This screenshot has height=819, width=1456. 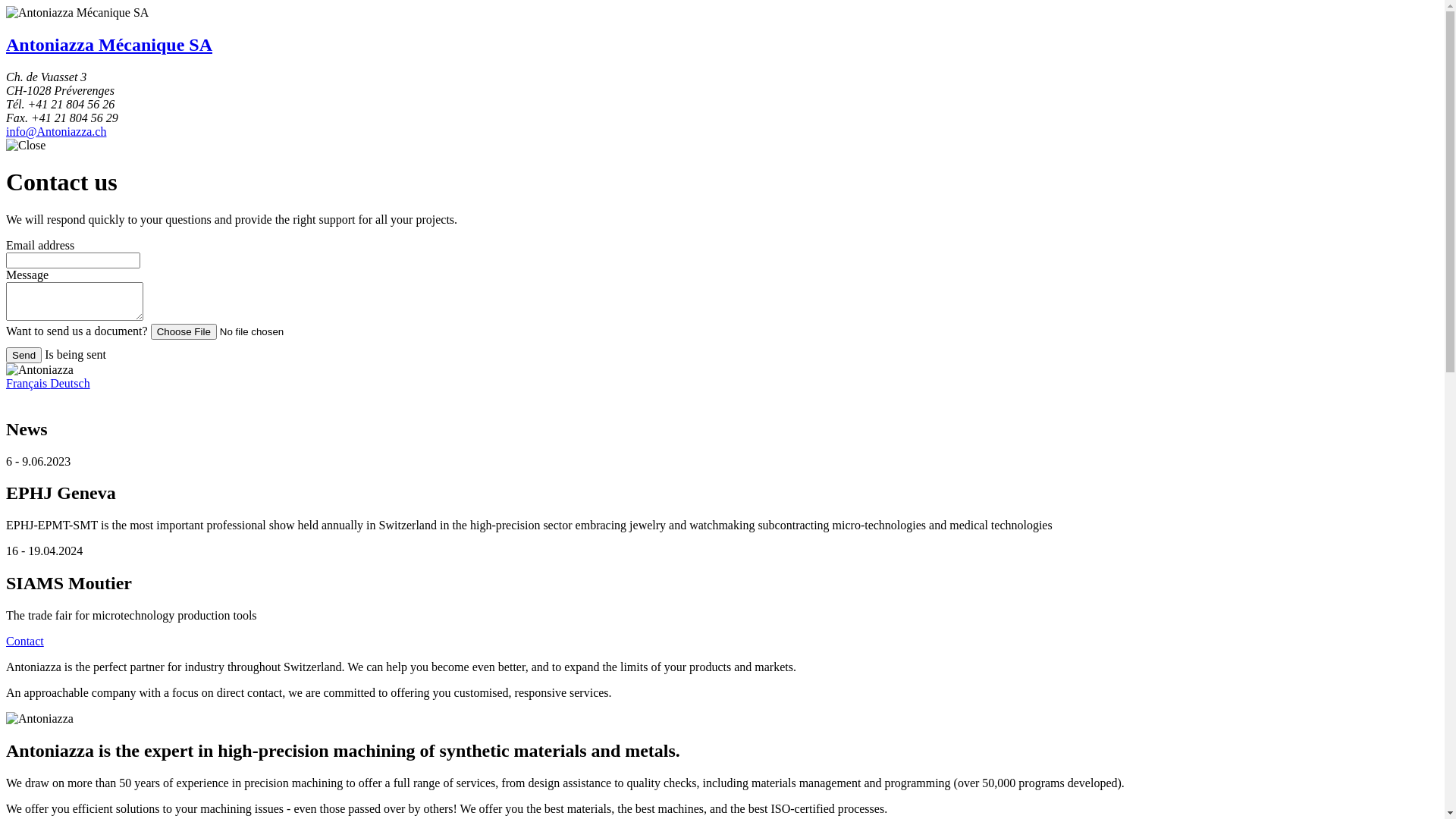 What do you see at coordinates (68, 382) in the screenshot?
I see `'Deutsch'` at bounding box center [68, 382].